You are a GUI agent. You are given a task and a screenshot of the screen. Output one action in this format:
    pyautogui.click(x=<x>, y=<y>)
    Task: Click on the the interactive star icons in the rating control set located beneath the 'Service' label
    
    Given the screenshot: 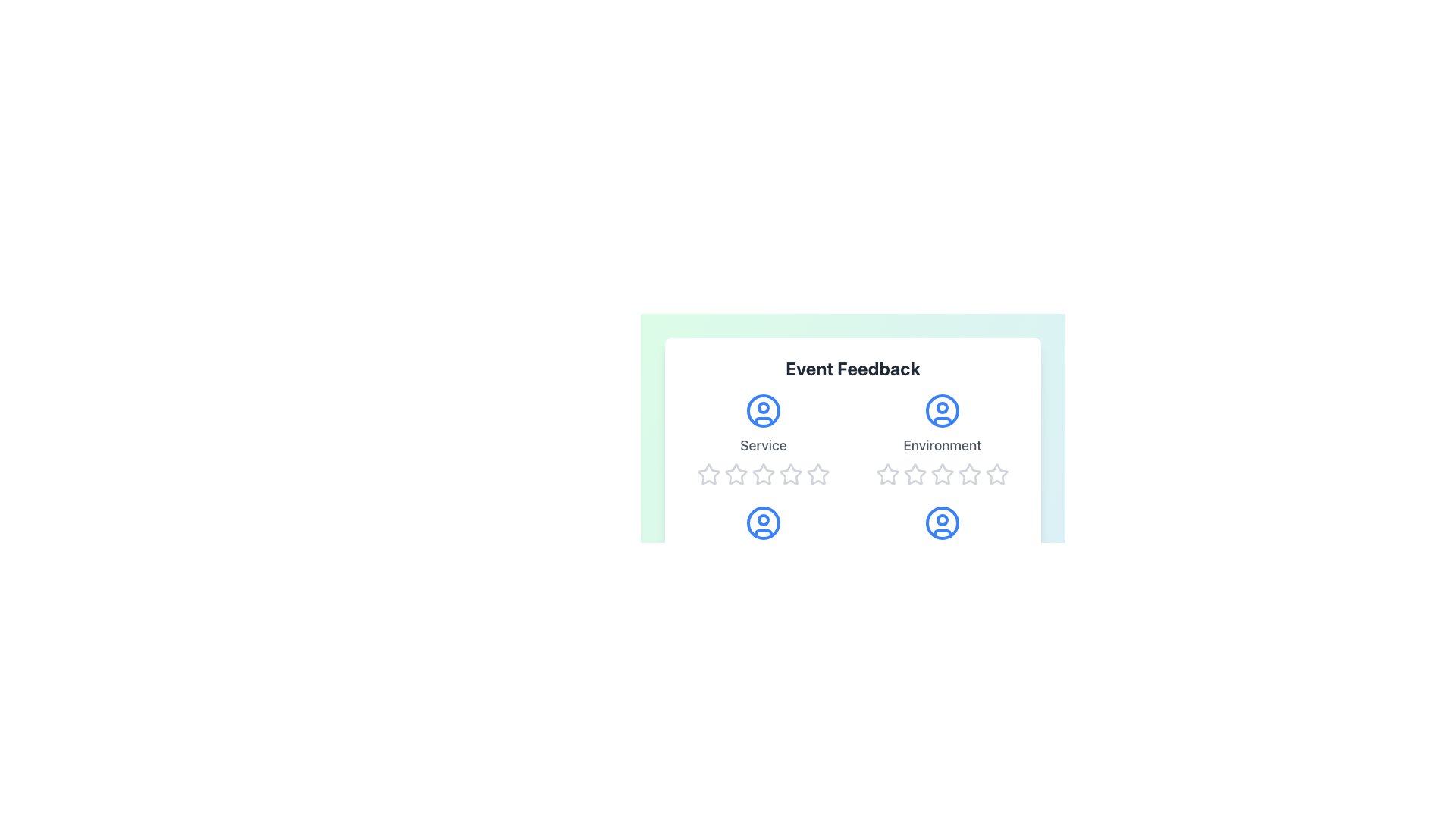 What is the action you would take?
    pyautogui.click(x=764, y=473)
    